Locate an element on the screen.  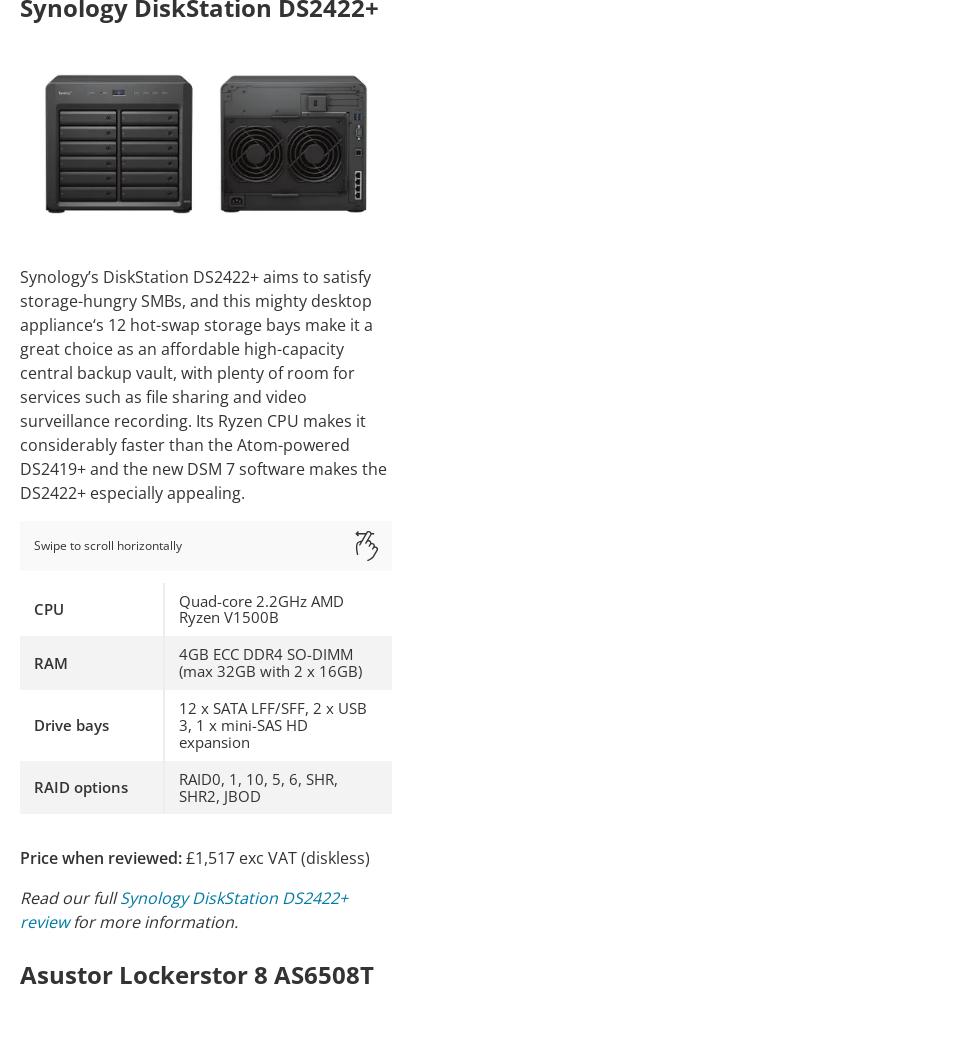
'Drive bays' is located at coordinates (71, 722).